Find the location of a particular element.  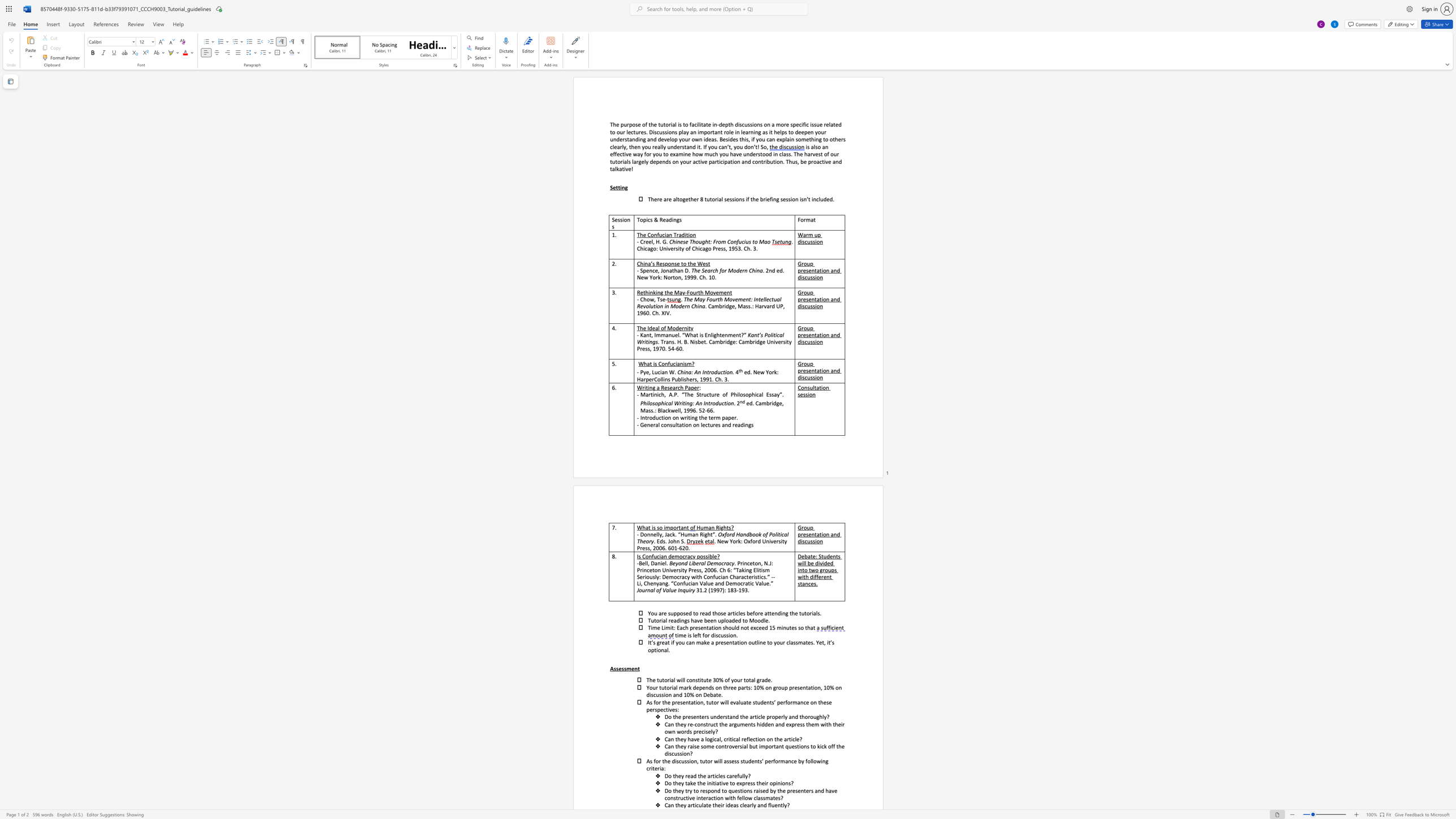

the subset text "nds" within the text "largely depends" is located at coordinates (662, 161).